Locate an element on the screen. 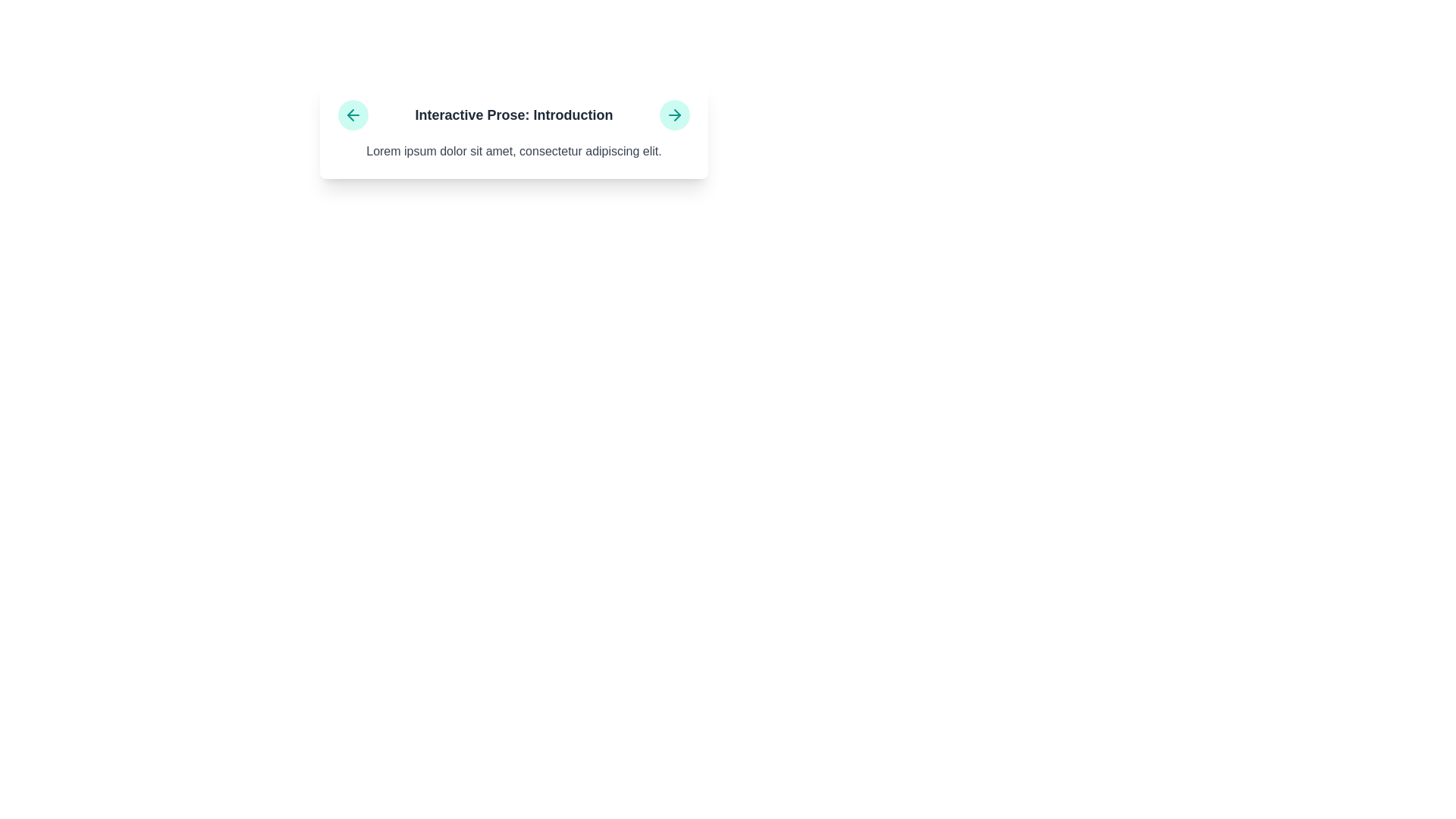 The image size is (1456, 819). the downward-pointing triangular arrow in the teal circular icon on the left side of the header labeled 'Interactive Prose: Introduction' is located at coordinates (350, 114).